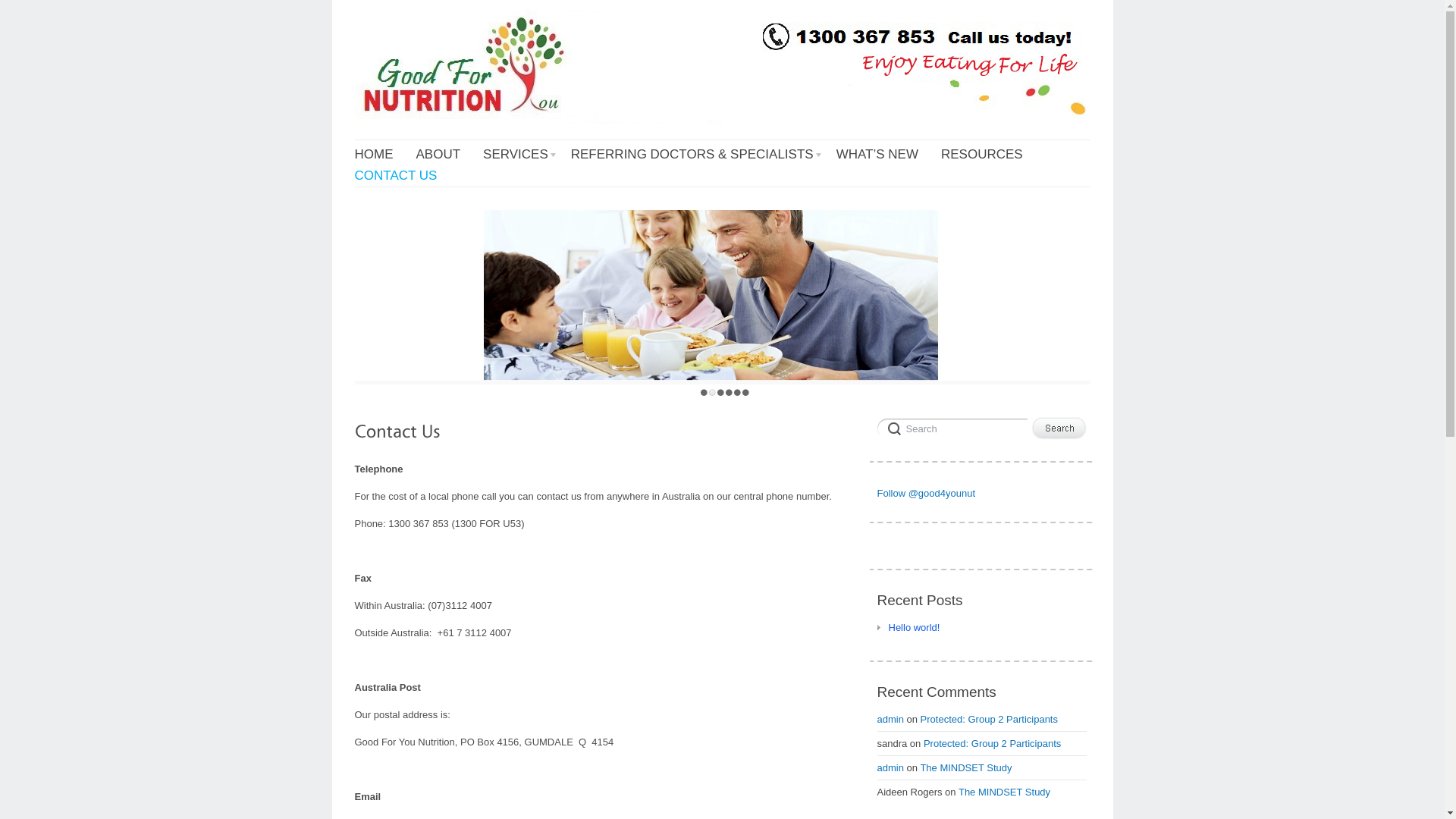 The image size is (1456, 819). I want to click on 'Search', so click(1058, 428).